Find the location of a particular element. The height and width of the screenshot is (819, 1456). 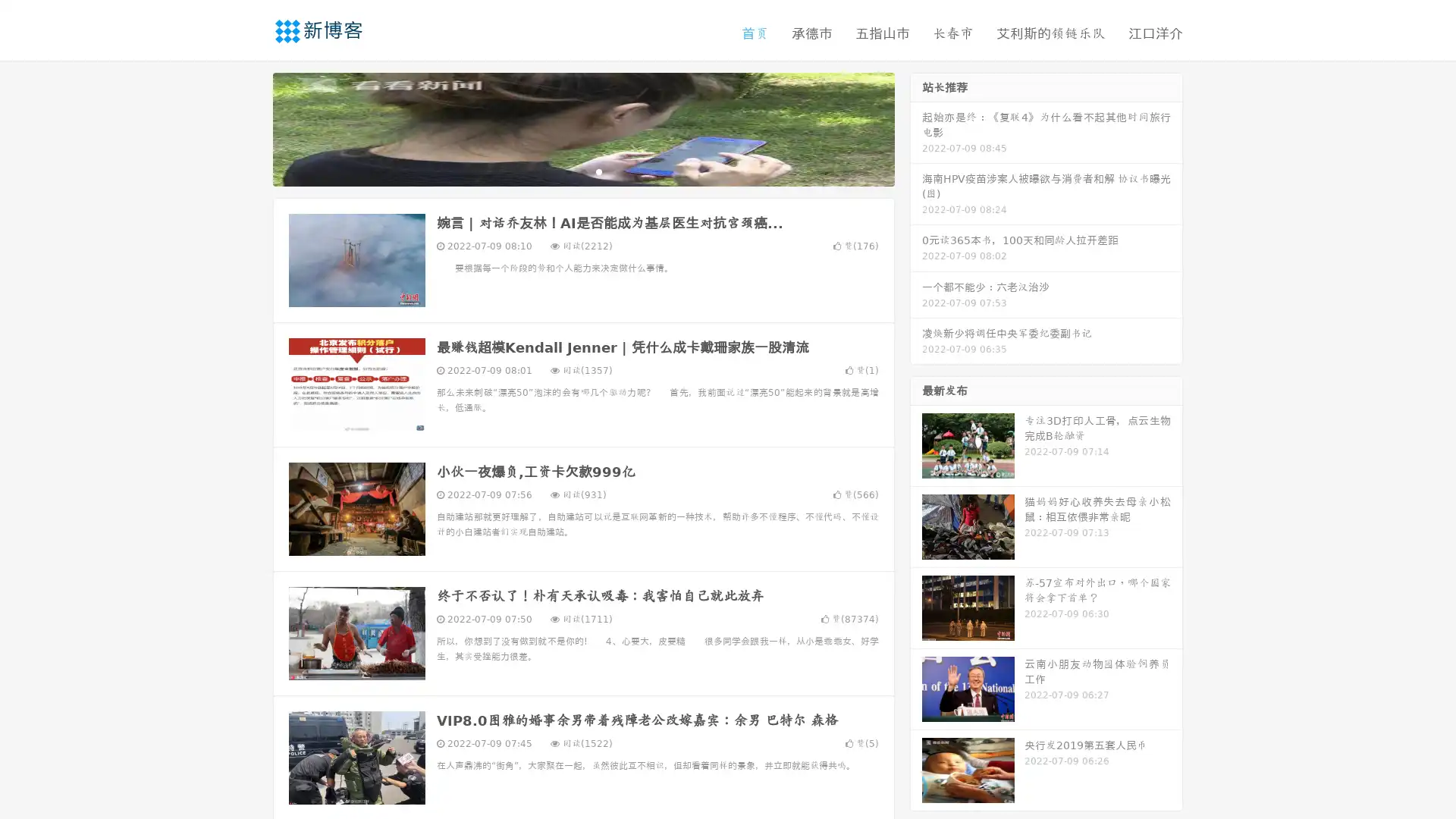

Go to slide 3 is located at coordinates (598, 171).